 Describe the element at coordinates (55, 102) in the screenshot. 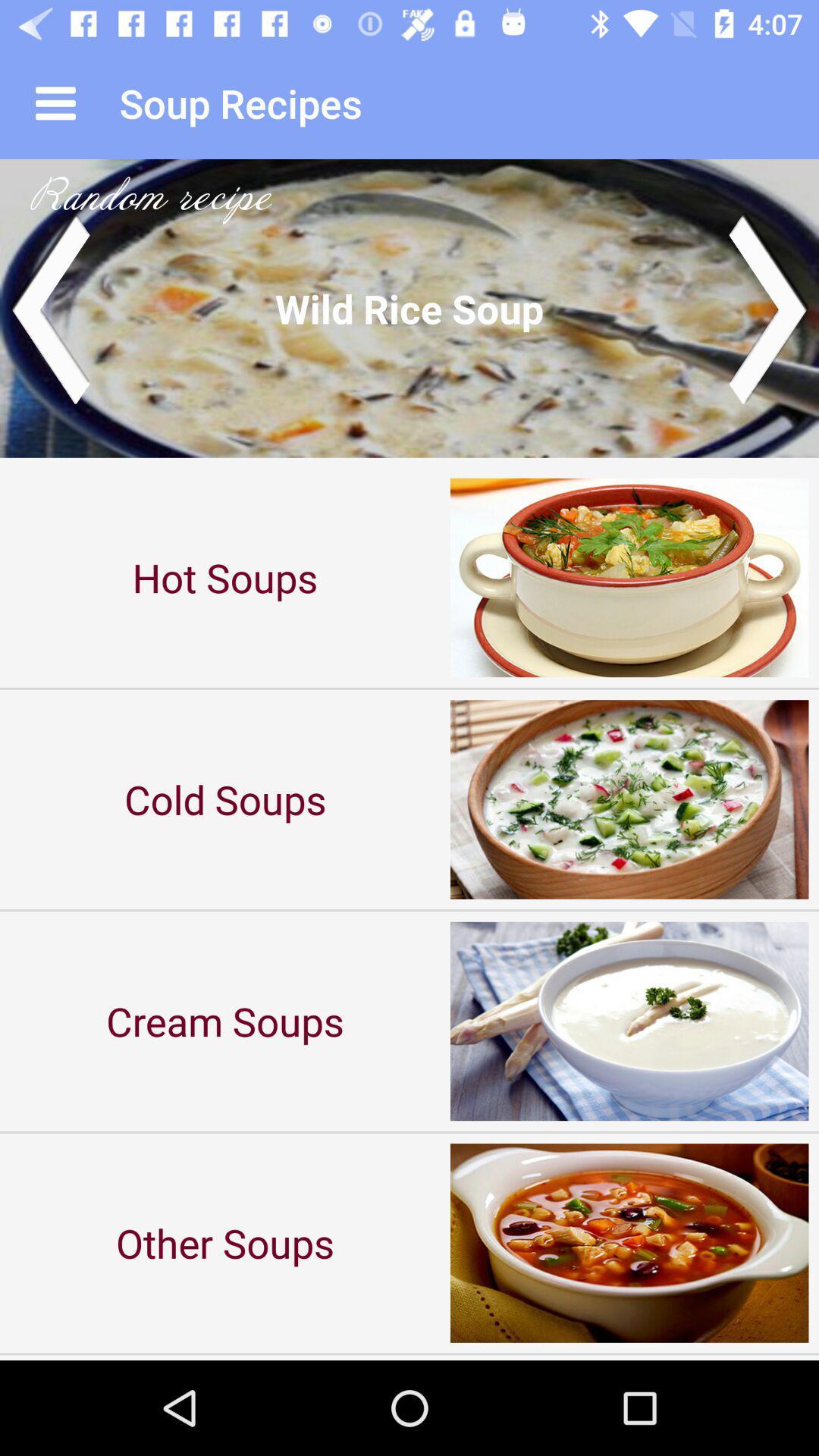

I see `the app next to soup recipes app` at that location.